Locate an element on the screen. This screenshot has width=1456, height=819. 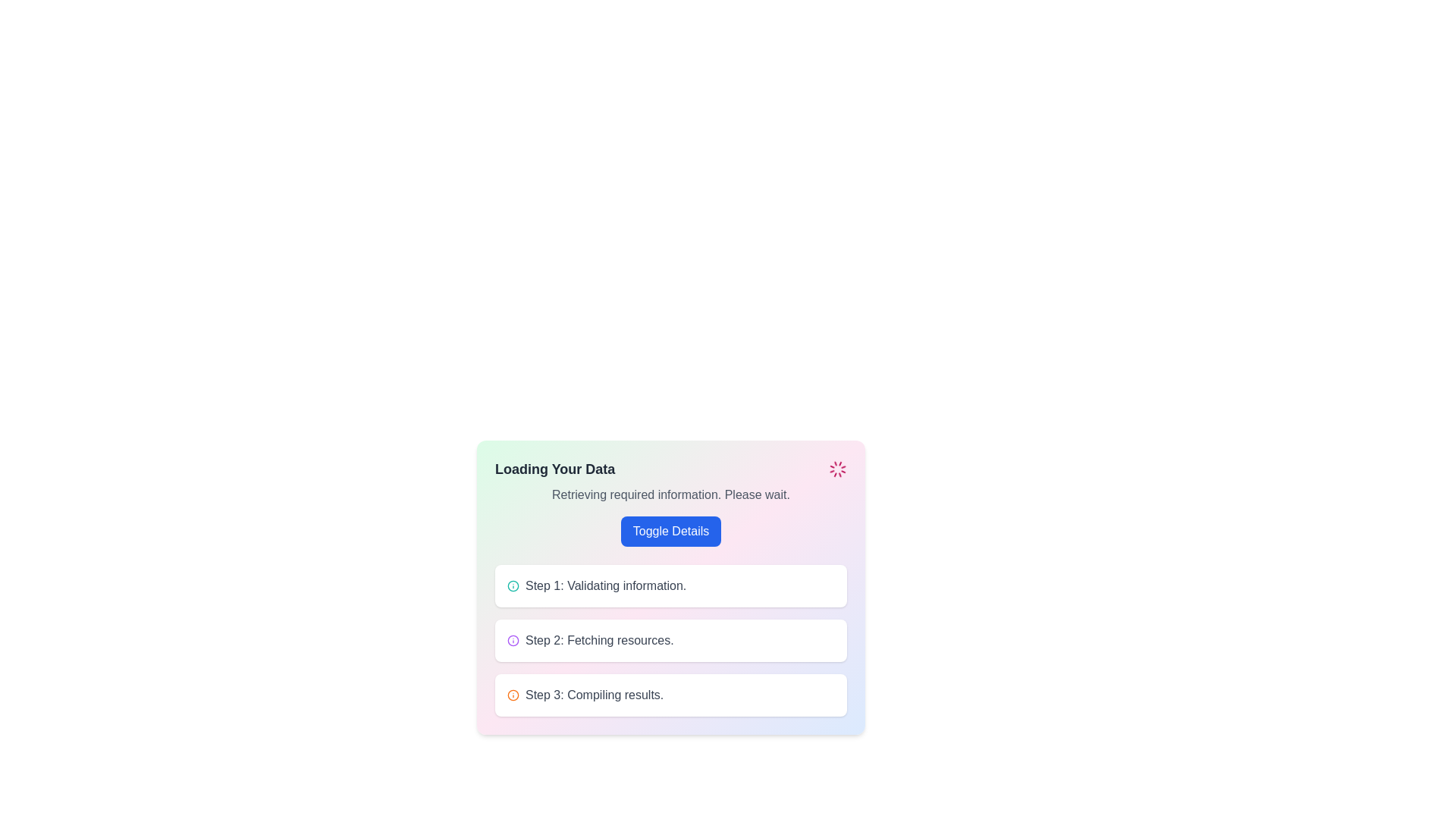
the interactive panel with the heading 'Loading Your Data' to read the progress updates is located at coordinates (670, 587).